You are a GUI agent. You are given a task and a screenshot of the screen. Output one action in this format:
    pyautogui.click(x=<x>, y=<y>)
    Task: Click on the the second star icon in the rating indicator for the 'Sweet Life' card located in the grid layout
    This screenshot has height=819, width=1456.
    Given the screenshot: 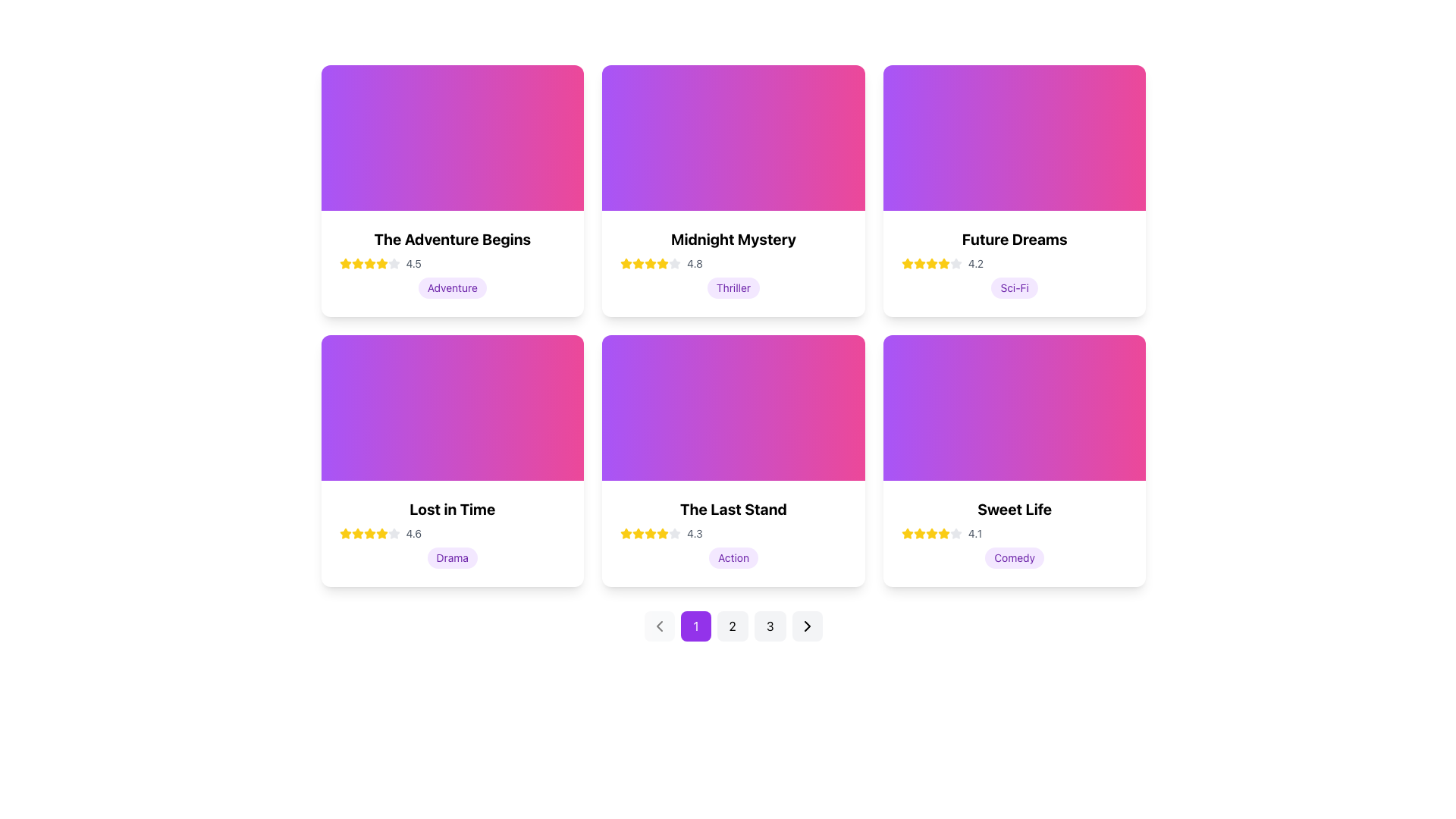 What is the action you would take?
    pyautogui.click(x=930, y=532)
    